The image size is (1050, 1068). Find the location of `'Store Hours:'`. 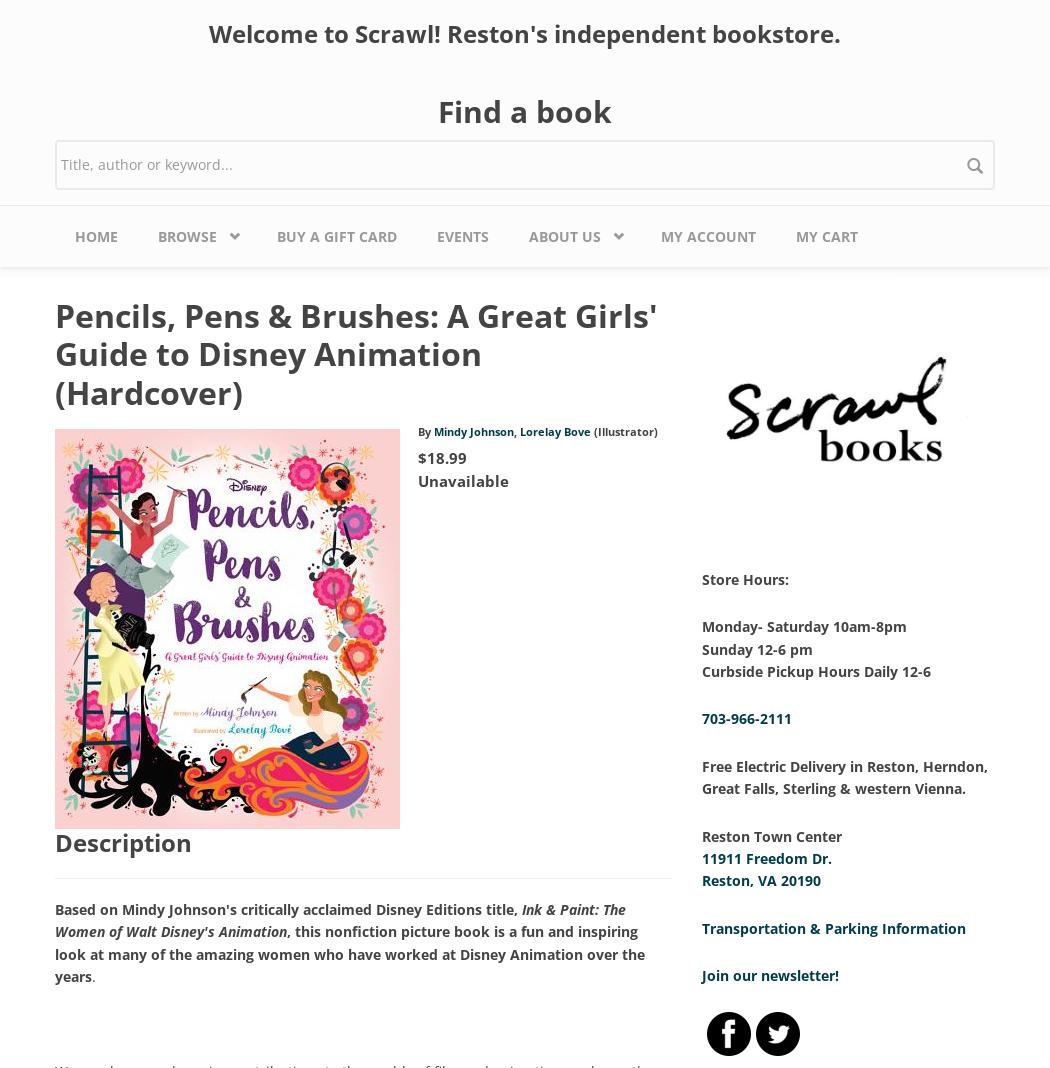

'Store Hours:' is located at coordinates (743, 577).